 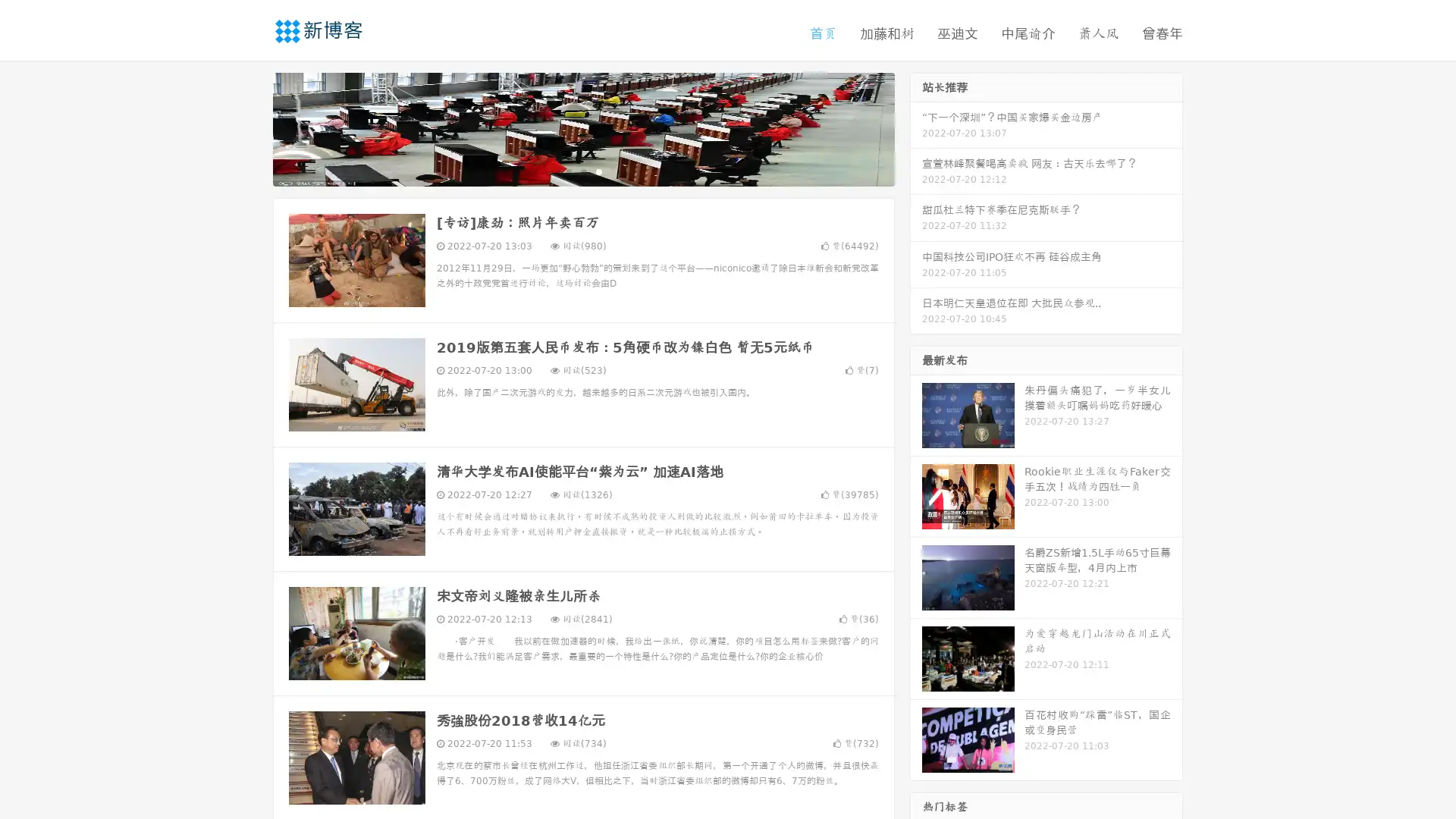 I want to click on Next slide, so click(x=916, y=127).